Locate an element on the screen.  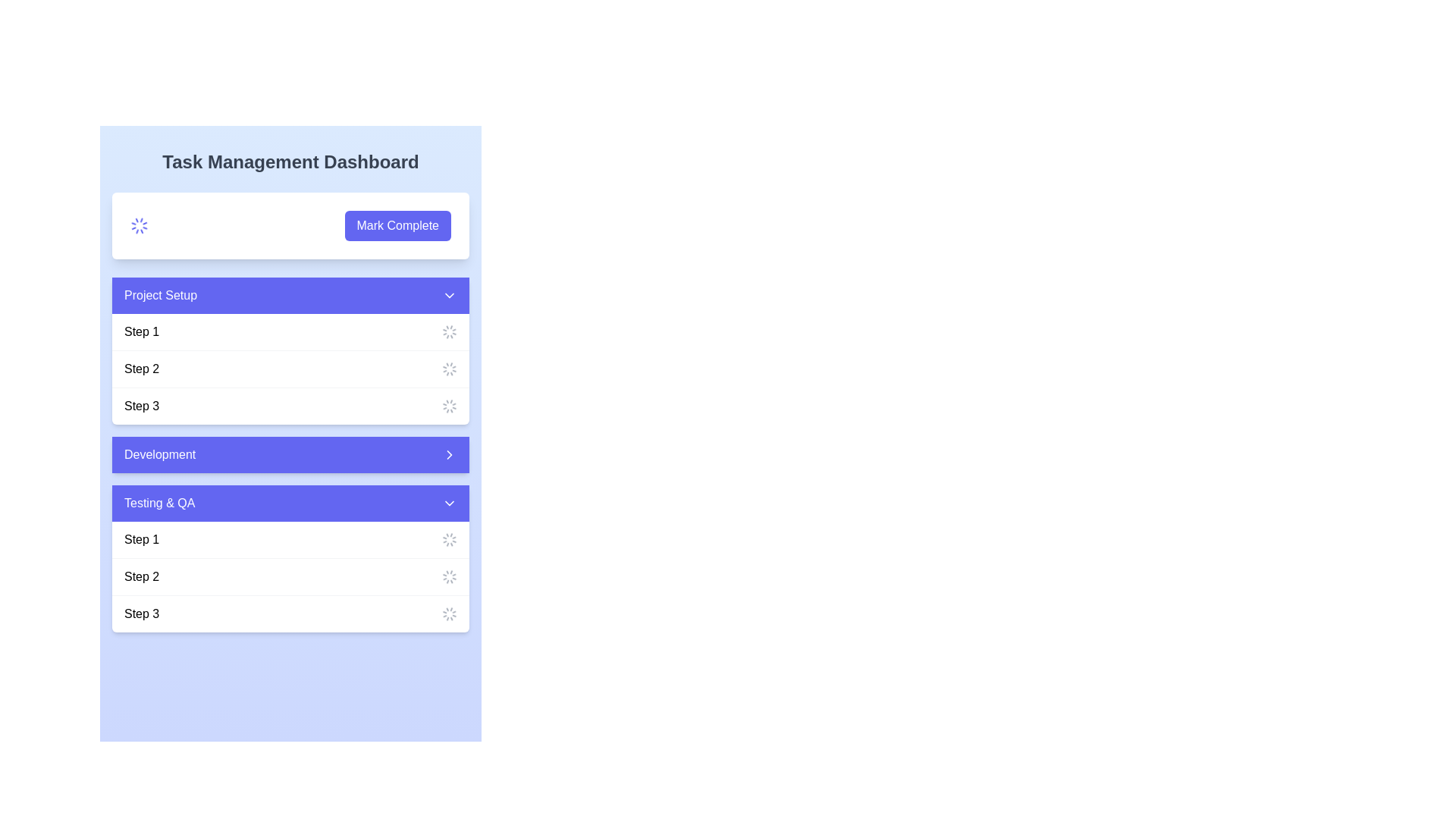
the third step label in the 'Project Setup' process, which is positioned at the bottom of the vertical list of steps and aligned to the left is located at coordinates (142, 406).